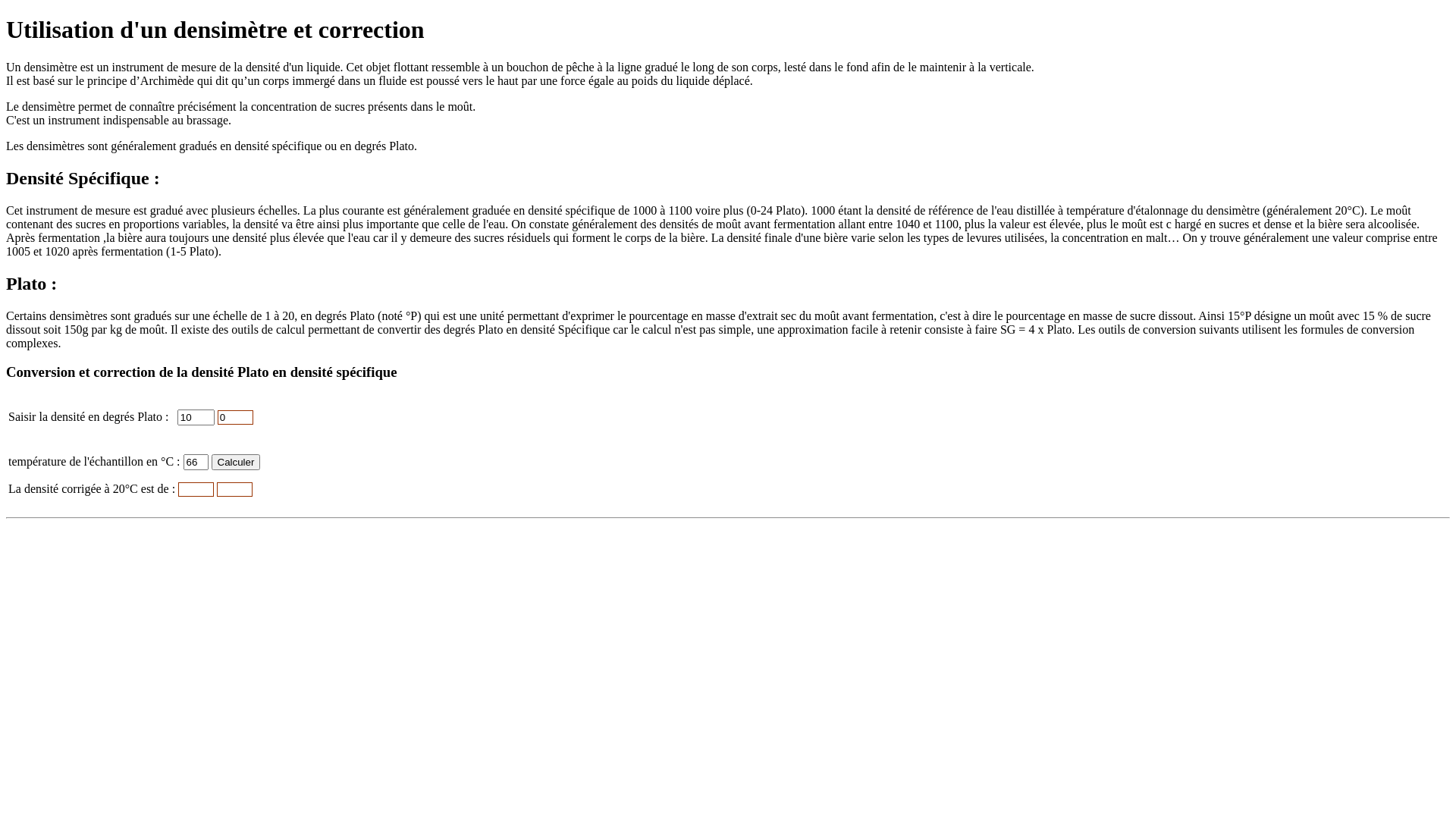  What do you see at coordinates (210, 461) in the screenshot?
I see `'Calculer'` at bounding box center [210, 461].